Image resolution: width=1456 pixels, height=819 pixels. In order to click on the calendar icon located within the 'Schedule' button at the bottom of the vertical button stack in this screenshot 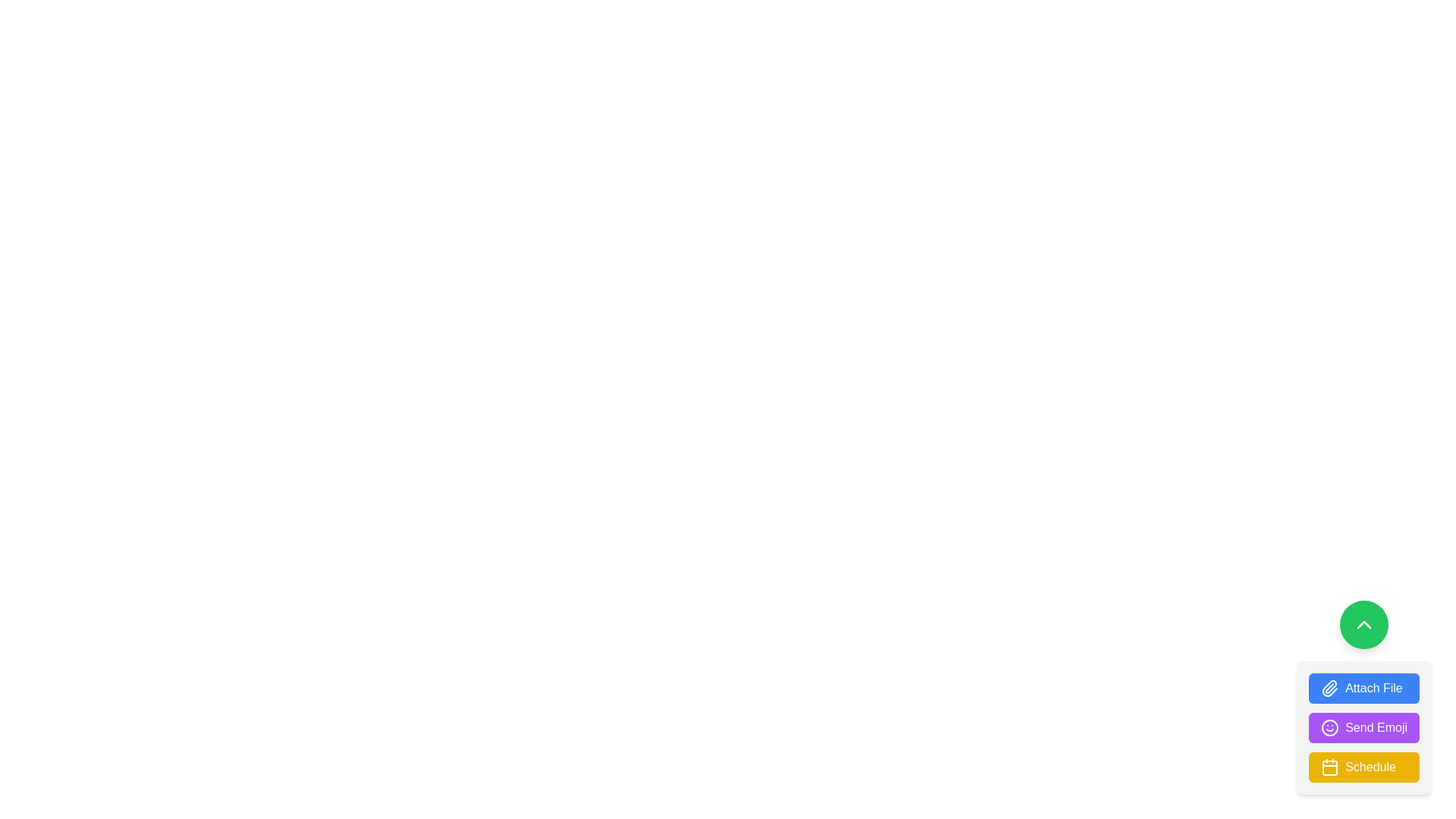, I will do `click(1329, 768)`.